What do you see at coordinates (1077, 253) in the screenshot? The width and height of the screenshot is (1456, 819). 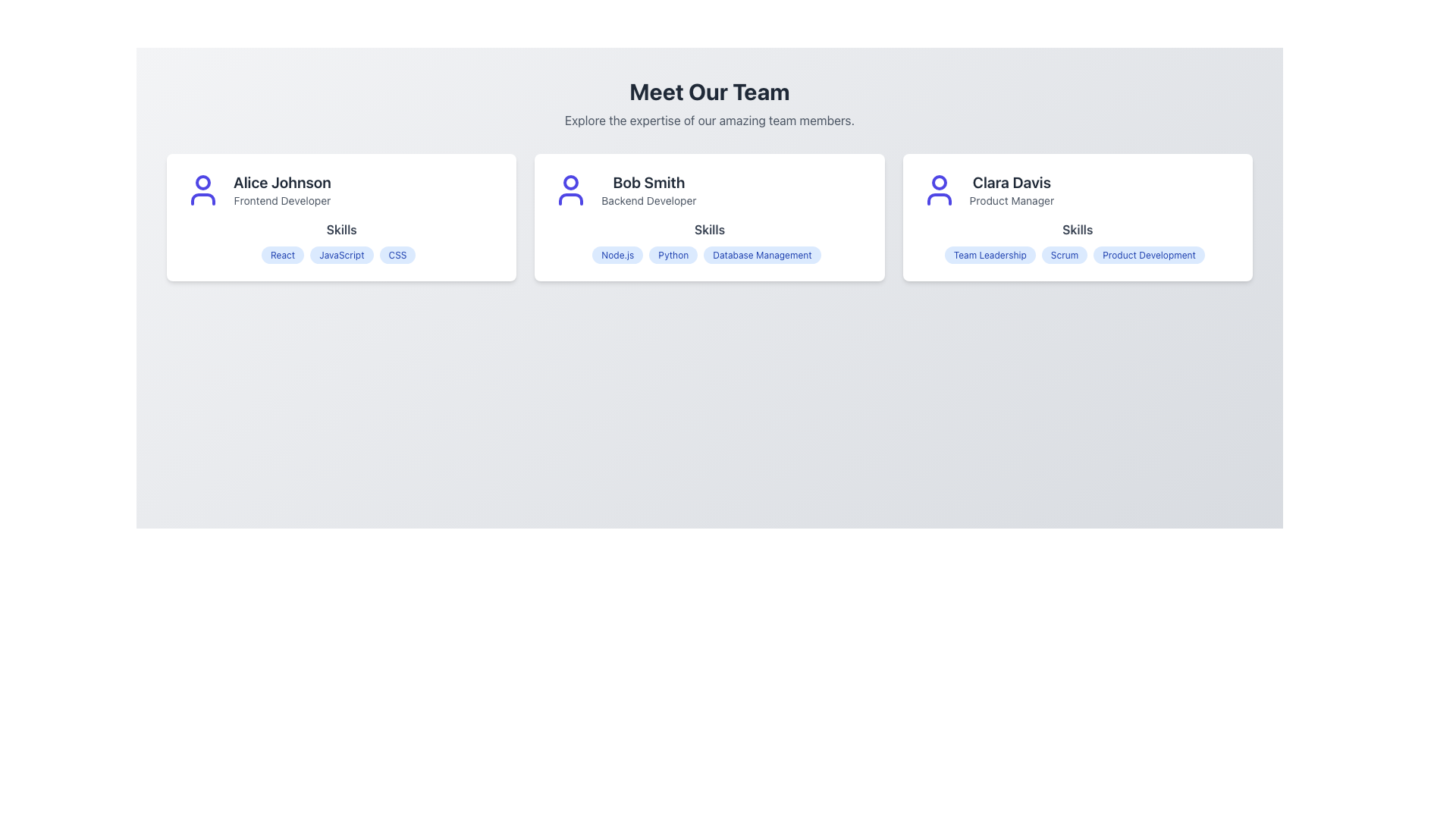 I see `the second badge labeled 'Scrum' in the 'Skills' section of Clara Davis' profile card, which features a blue background and blue text` at bounding box center [1077, 253].